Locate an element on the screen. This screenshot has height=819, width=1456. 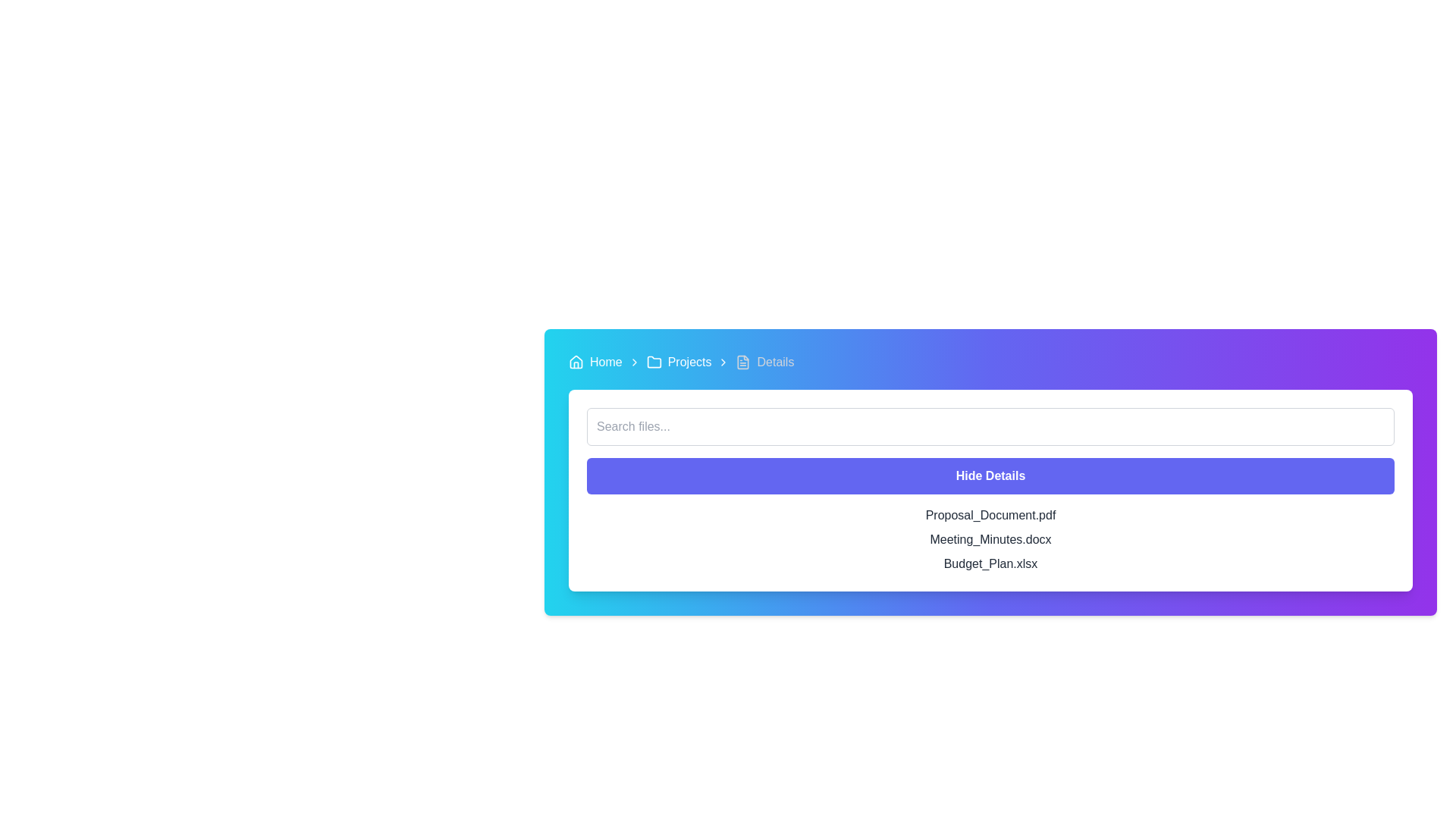
the text label representing the file 'Proposal_Document.pdf' is located at coordinates (990, 514).